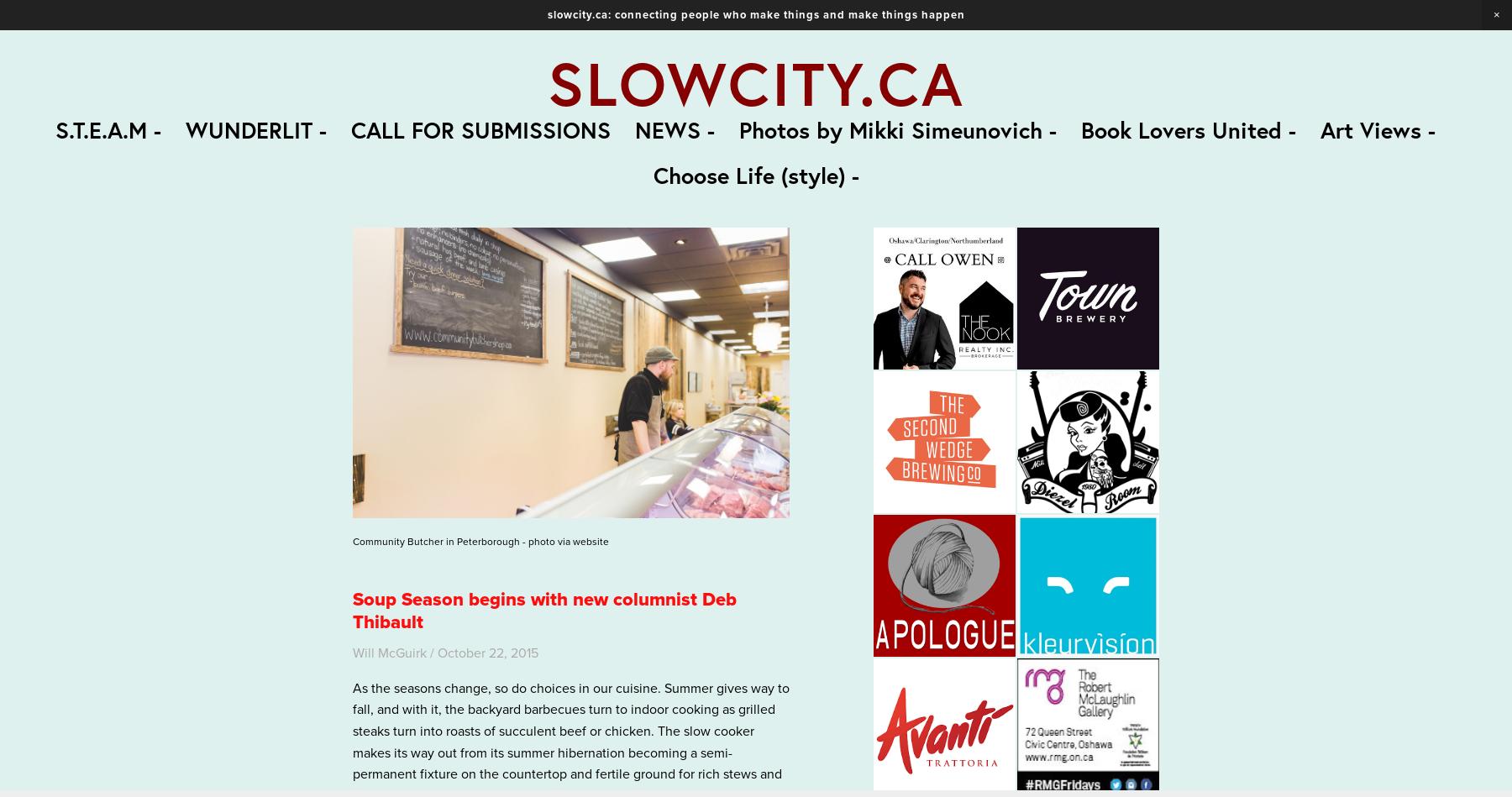  What do you see at coordinates (755, 14) in the screenshot?
I see `'slowcity.ca: connecting people who make things and make things happen'` at bounding box center [755, 14].